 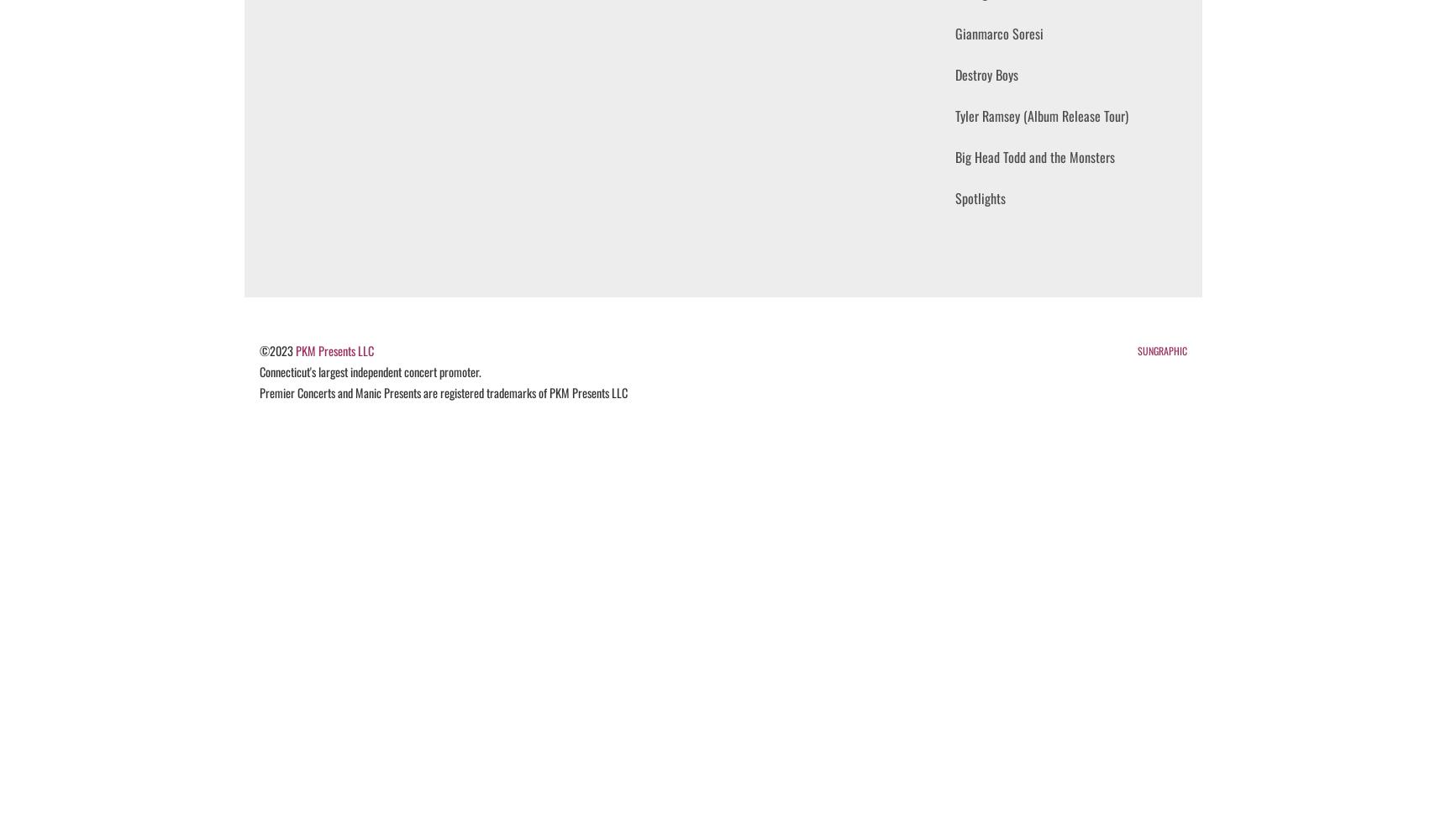 I want to click on '©2023', so click(x=275, y=349).